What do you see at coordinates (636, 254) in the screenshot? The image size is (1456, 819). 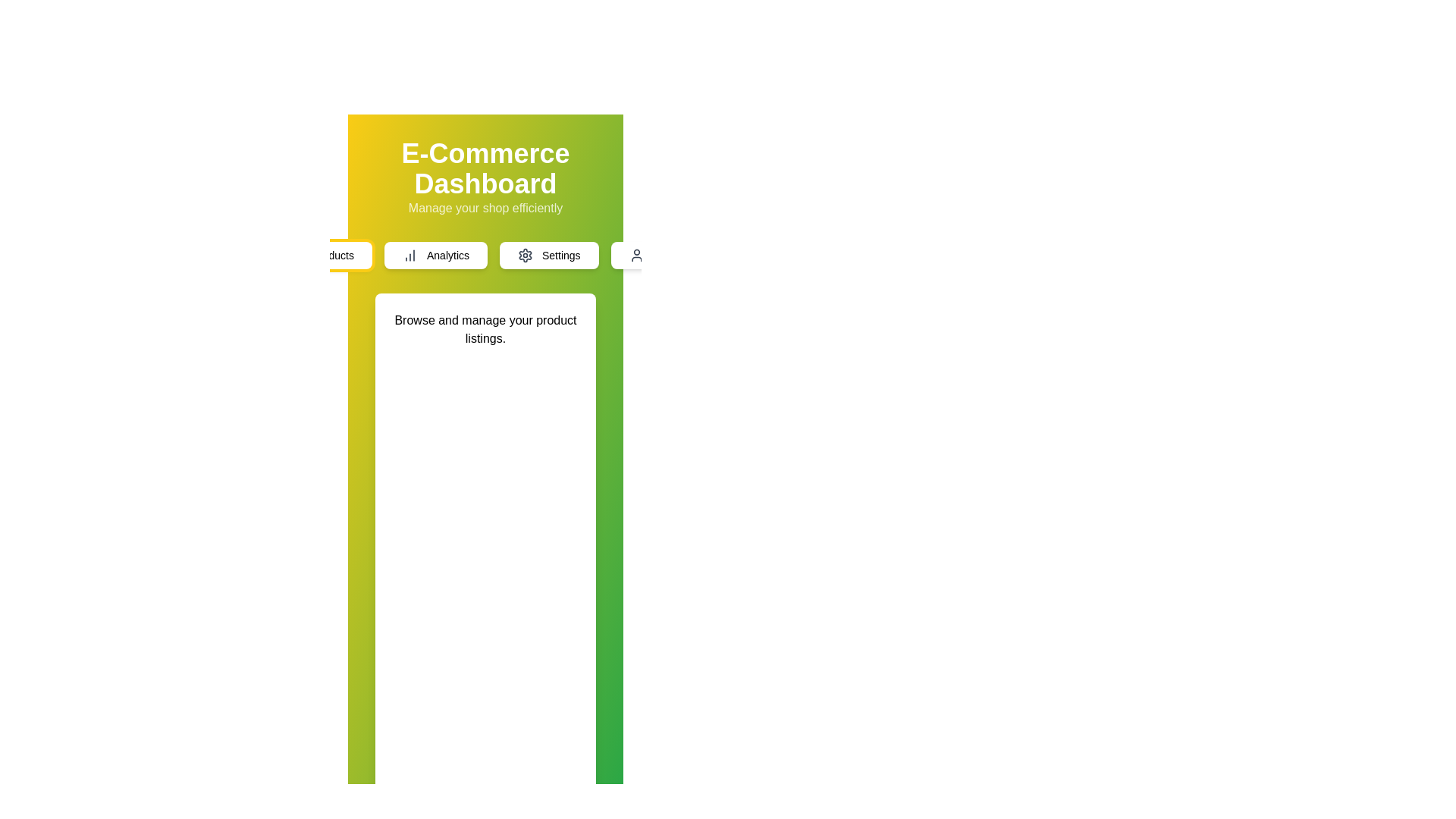 I see `the user profile indicator icon located on the left side of the 'Profile' button in the top-right section of the user interface` at bounding box center [636, 254].